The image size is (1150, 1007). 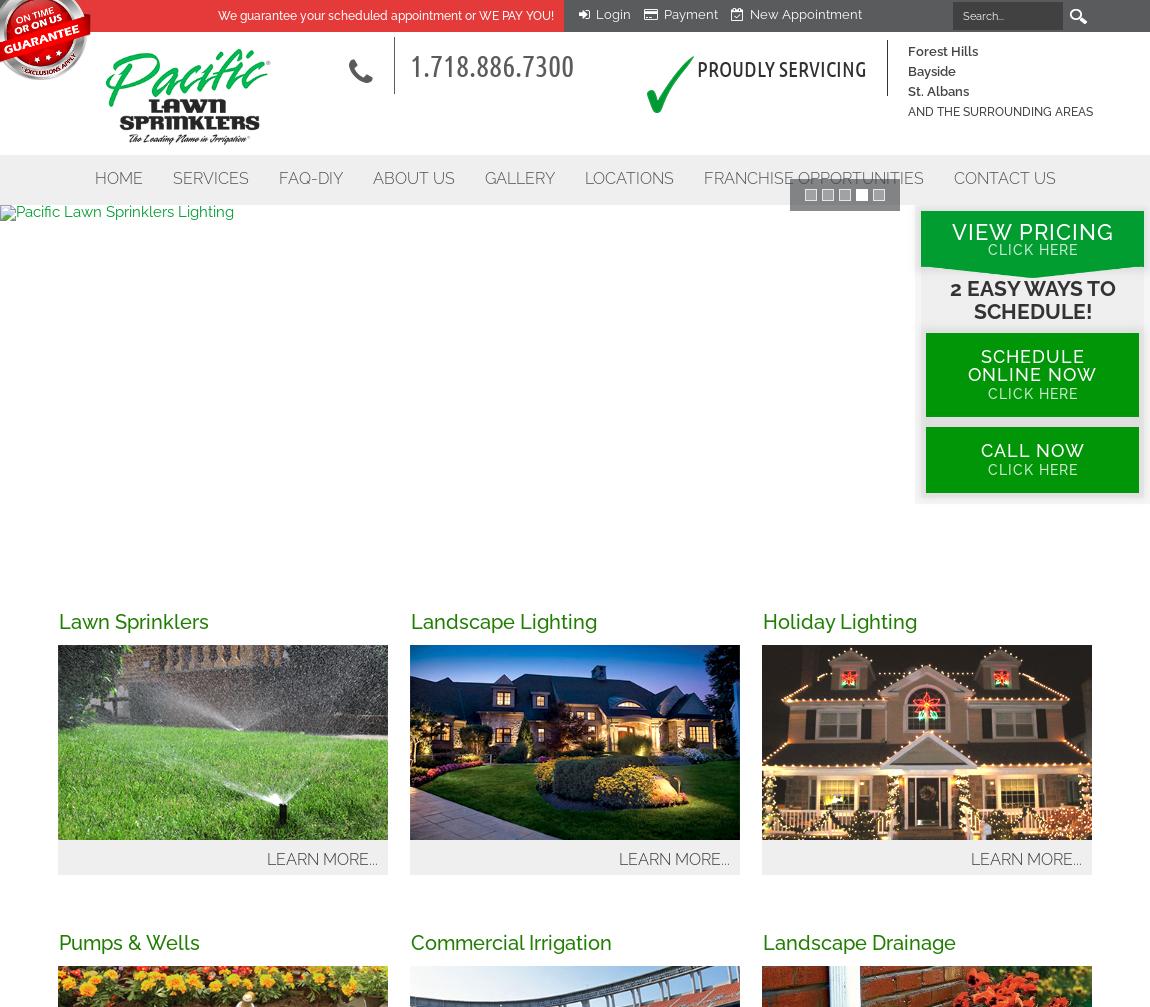 What do you see at coordinates (951, 232) in the screenshot?
I see `'View Pricing'` at bounding box center [951, 232].